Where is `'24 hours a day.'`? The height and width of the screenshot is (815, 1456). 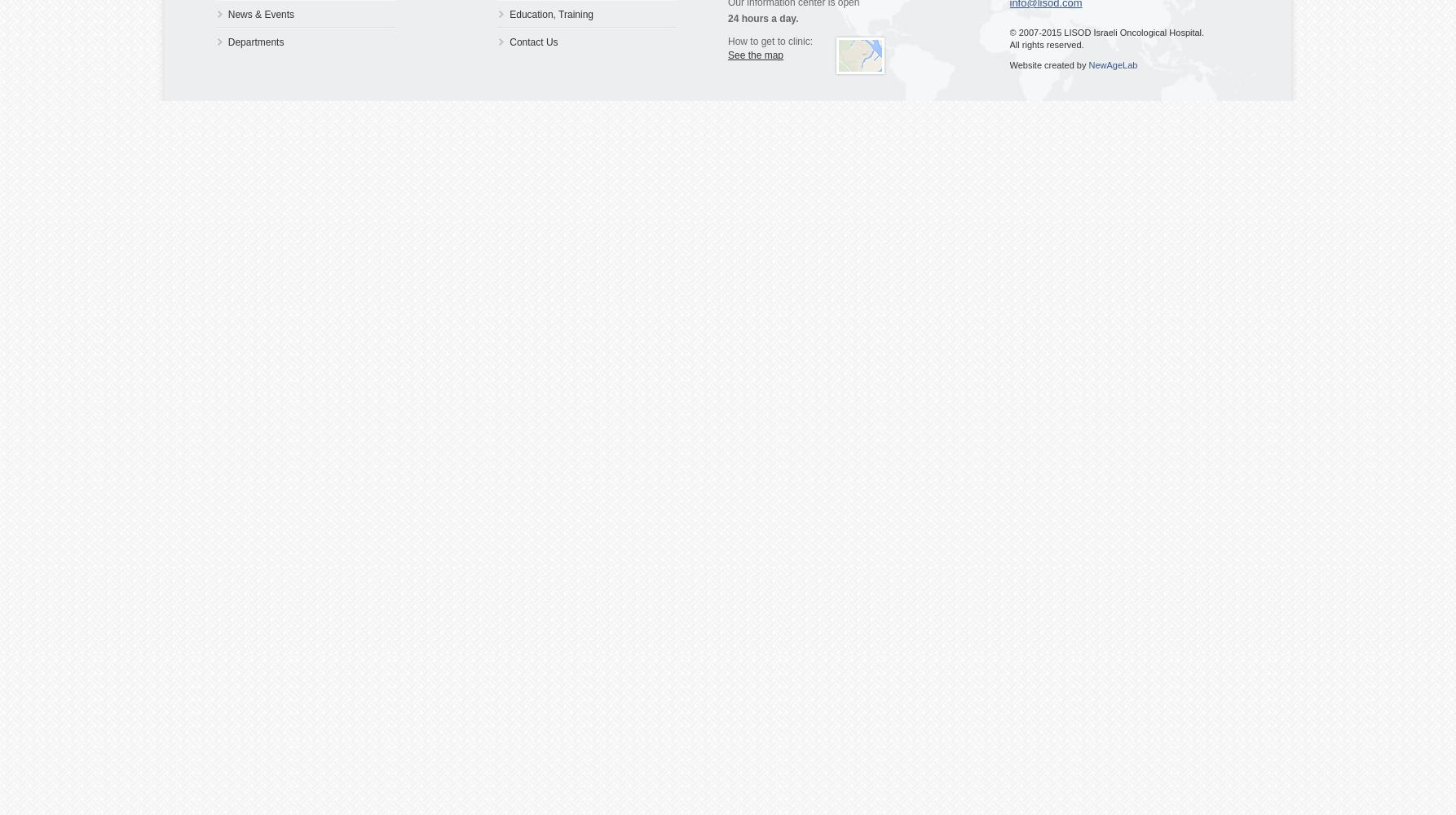 '24 hours a day.' is located at coordinates (763, 19).